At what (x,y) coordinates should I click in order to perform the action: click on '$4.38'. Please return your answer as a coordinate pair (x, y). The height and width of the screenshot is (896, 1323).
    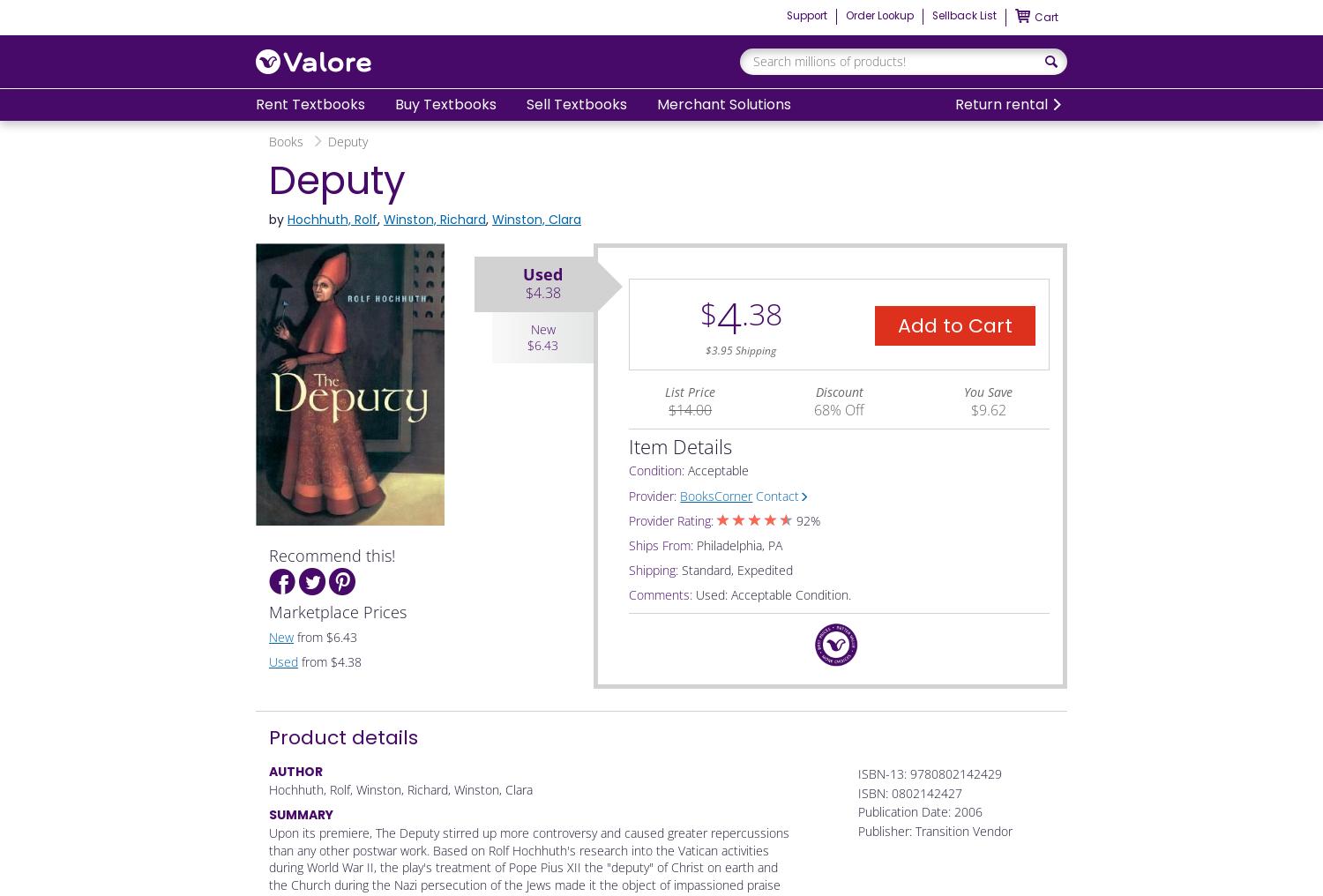
    Looking at the image, I should click on (346, 661).